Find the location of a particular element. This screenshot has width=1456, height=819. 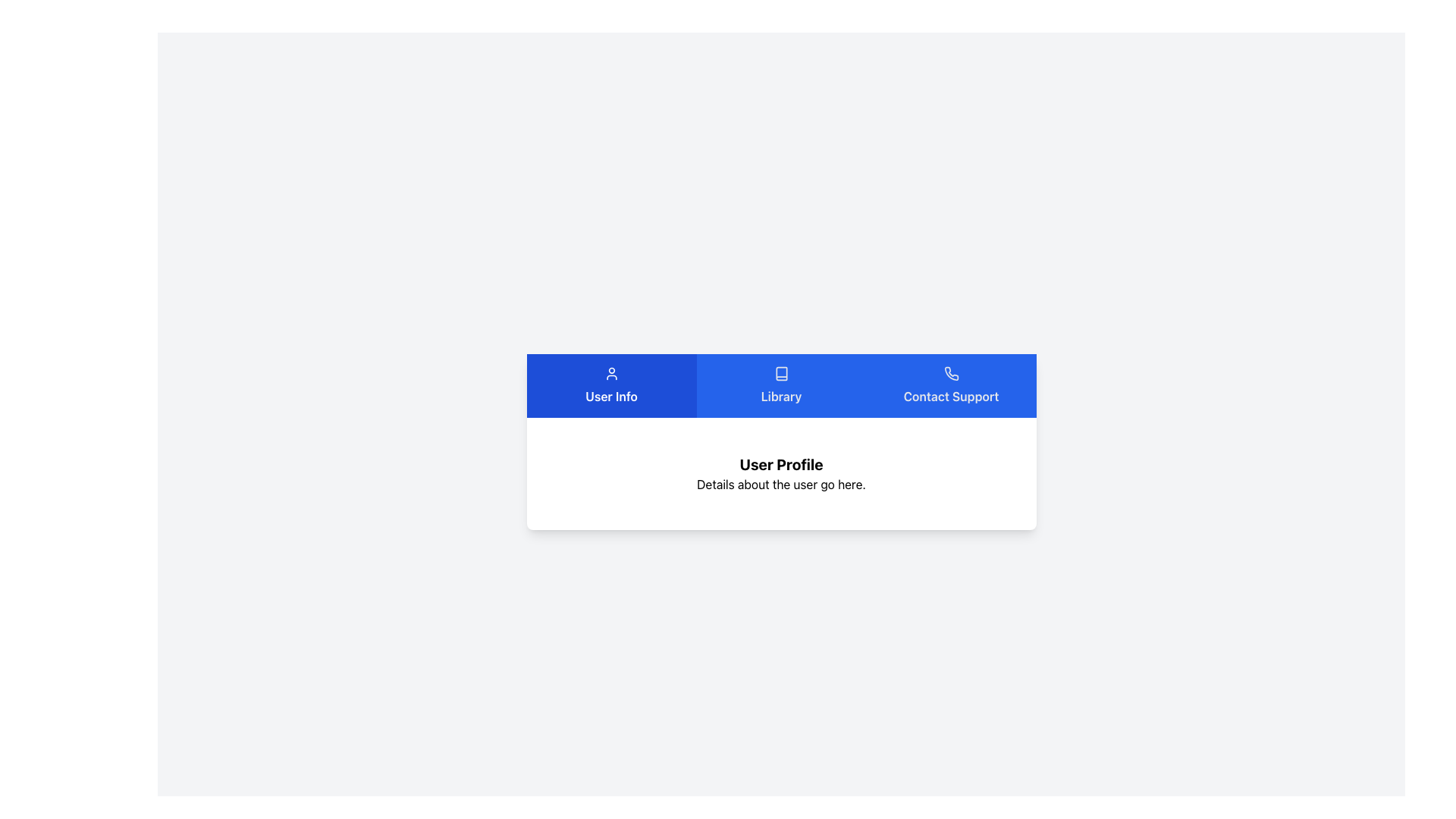

the leftmost navigation button in the blue navigation bar is located at coordinates (611, 385).